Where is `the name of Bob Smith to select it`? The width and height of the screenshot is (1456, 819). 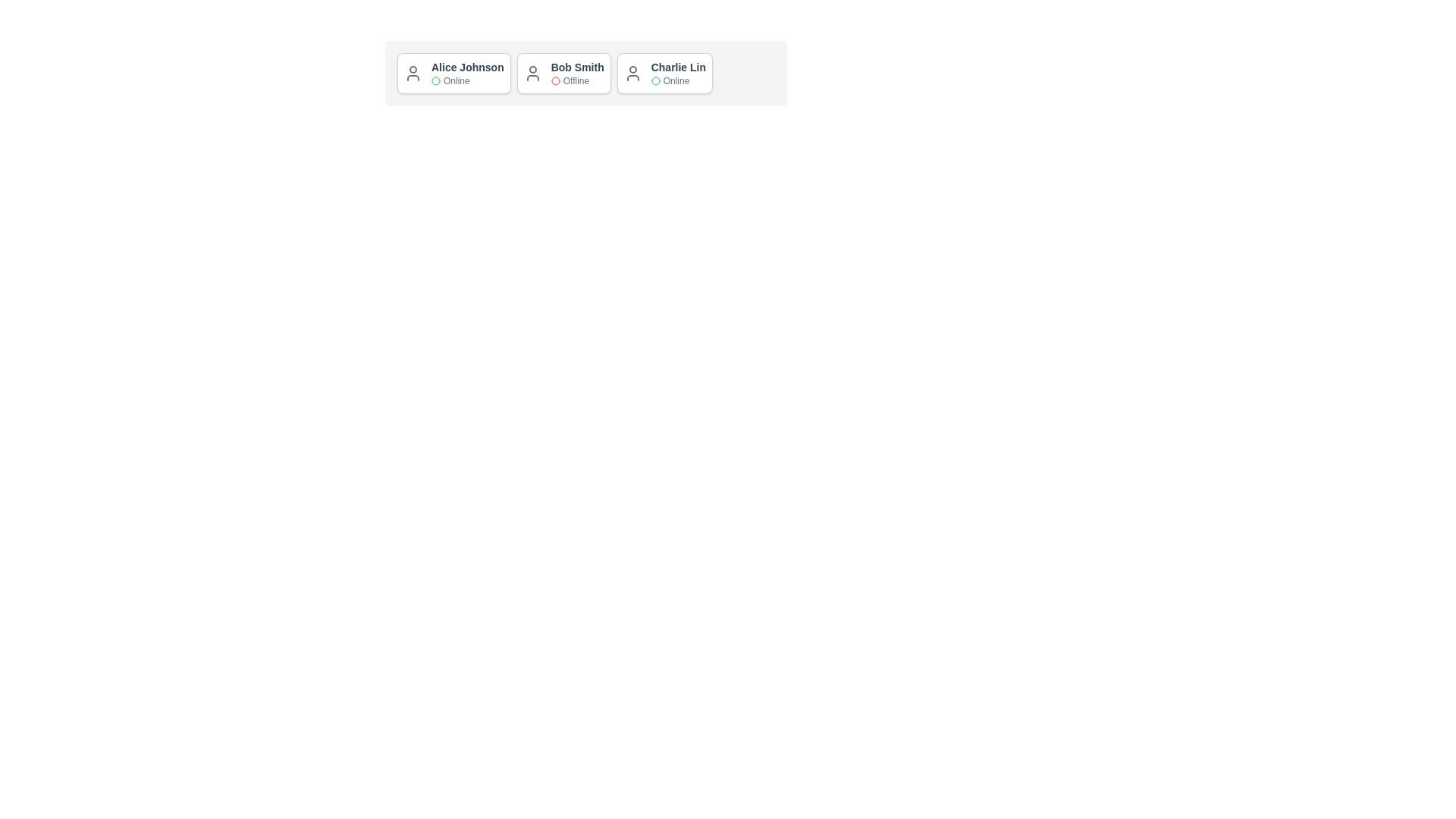
the name of Bob Smith to select it is located at coordinates (576, 66).